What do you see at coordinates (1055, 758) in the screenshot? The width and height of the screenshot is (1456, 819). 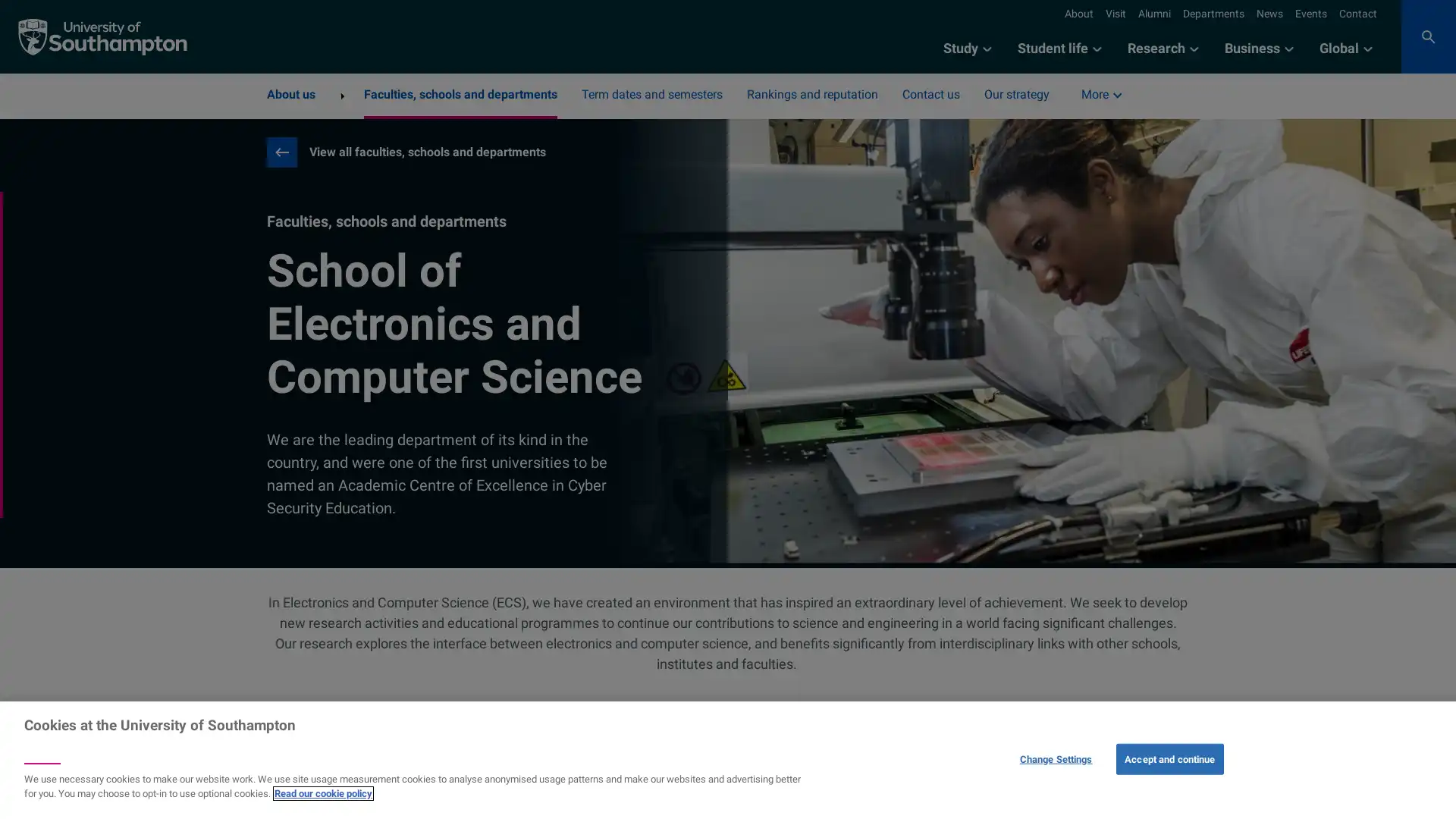 I see `Change Settings` at bounding box center [1055, 758].